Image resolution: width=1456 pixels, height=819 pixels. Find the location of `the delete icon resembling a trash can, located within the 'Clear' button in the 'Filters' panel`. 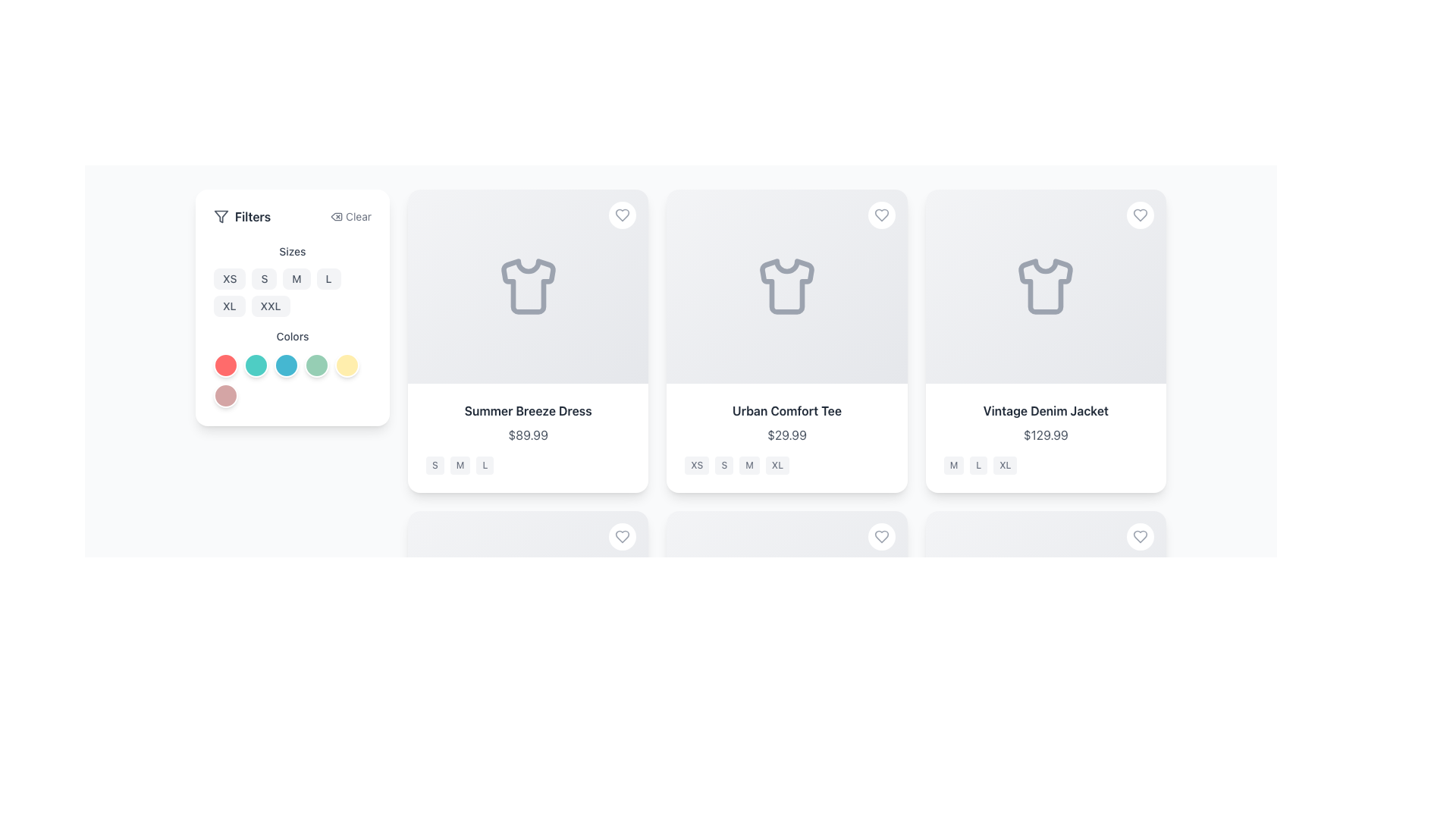

the delete icon resembling a trash can, located within the 'Clear' button in the 'Filters' panel is located at coordinates (336, 216).